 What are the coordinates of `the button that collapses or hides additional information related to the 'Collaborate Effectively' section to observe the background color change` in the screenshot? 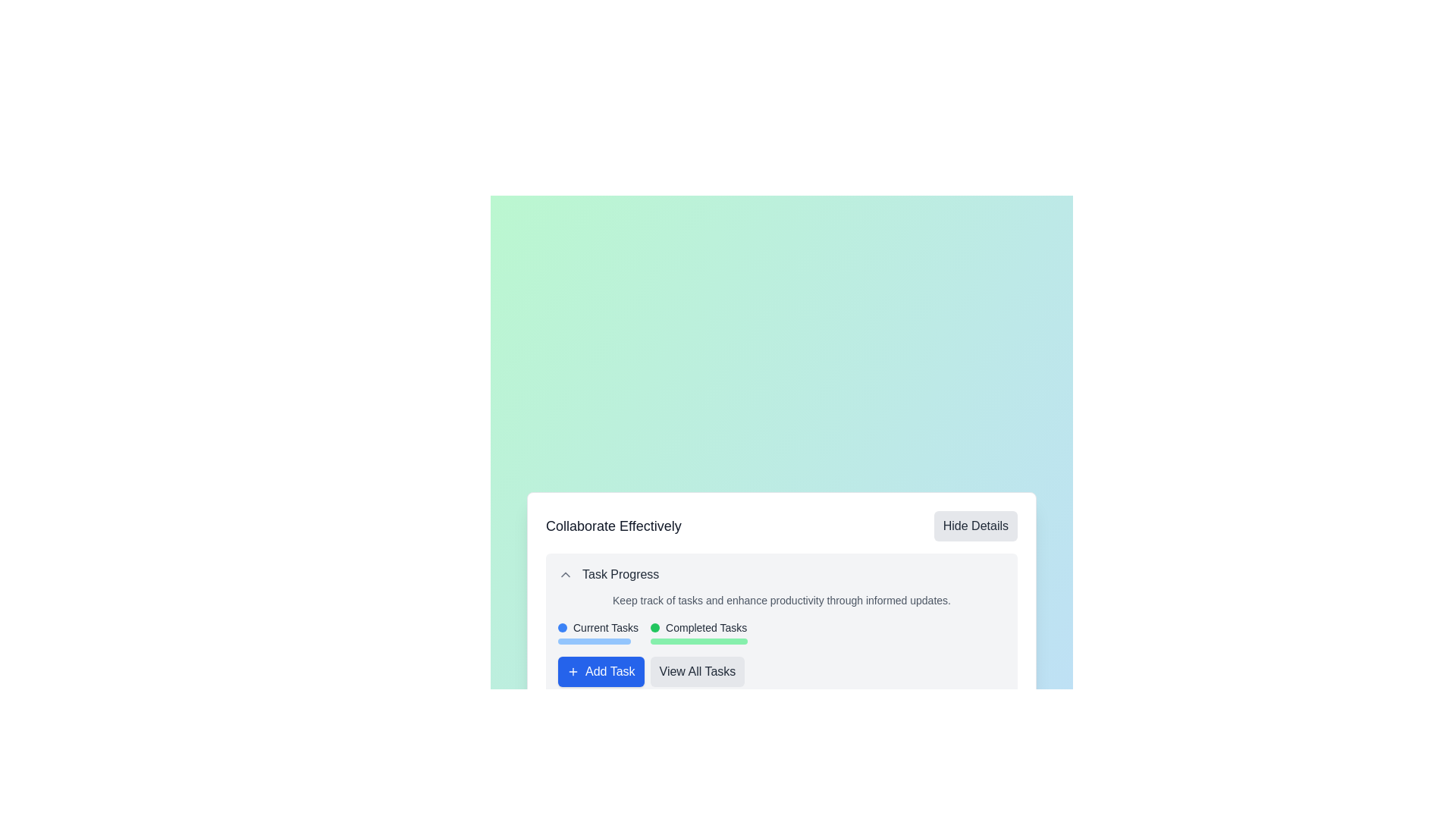 It's located at (975, 526).